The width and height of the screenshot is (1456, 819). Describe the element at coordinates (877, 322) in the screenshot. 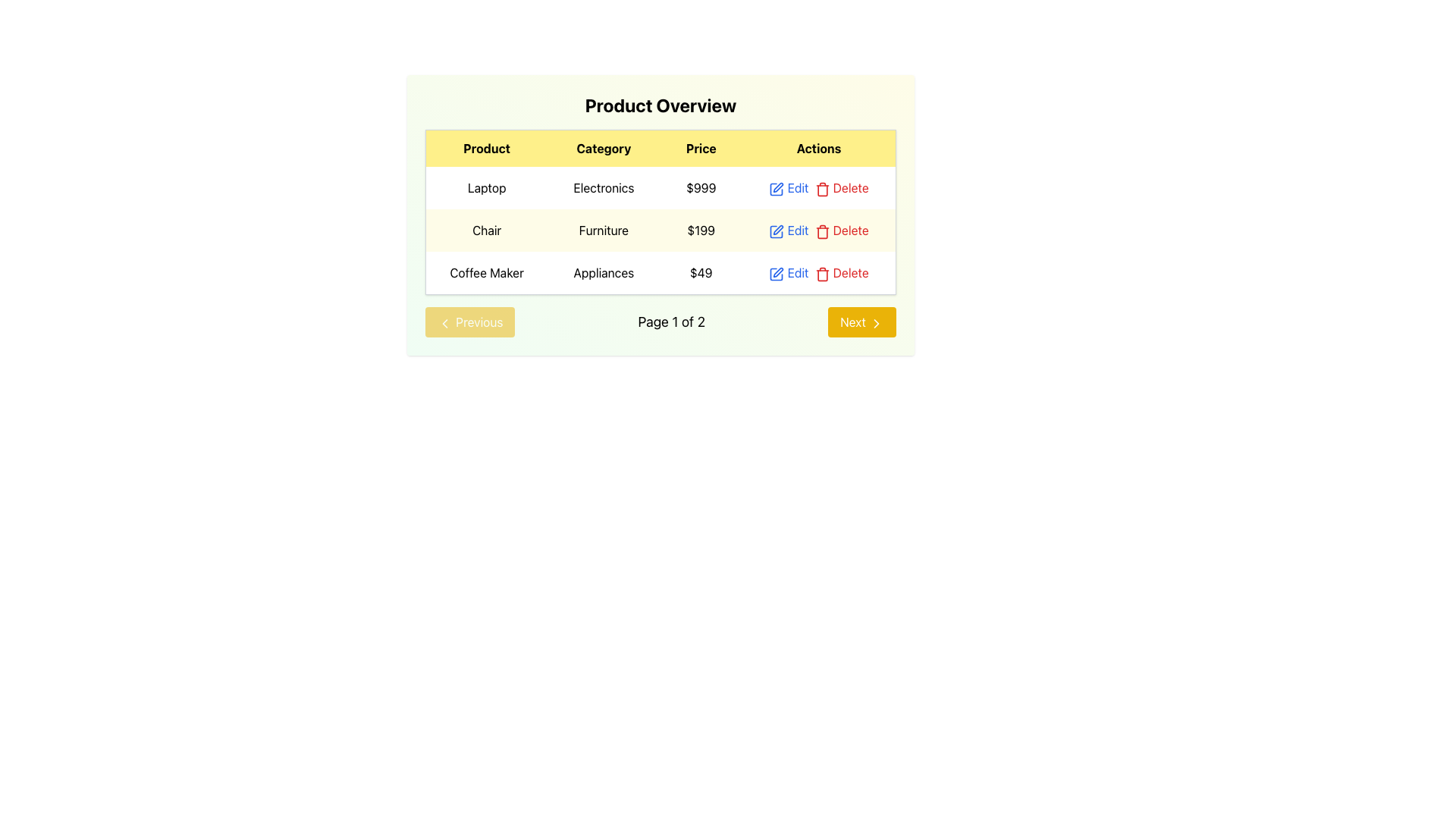

I see `the 'Next' button using keyboard navigation` at that location.